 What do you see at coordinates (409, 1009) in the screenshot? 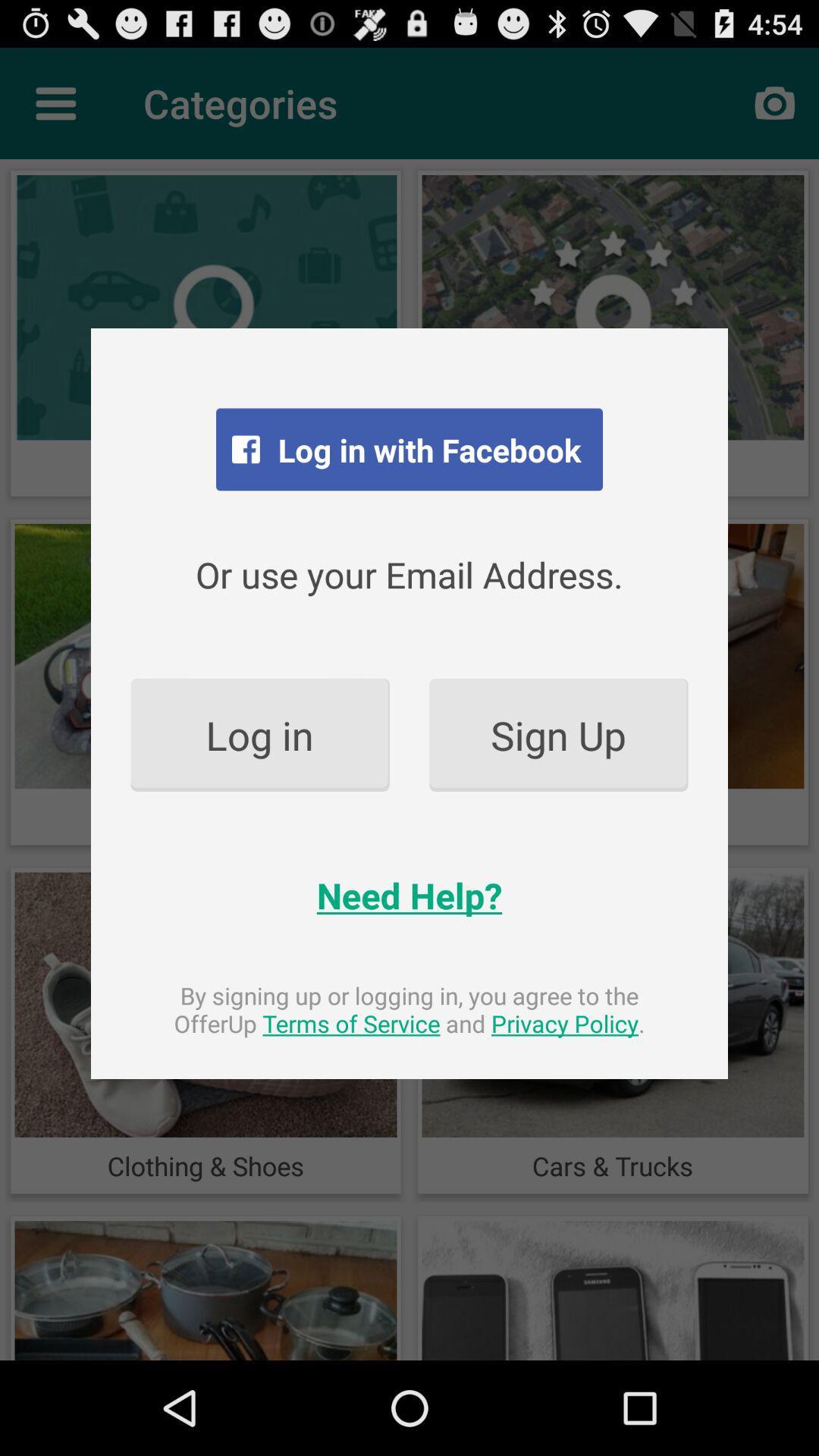
I see `the app at the bottom` at bounding box center [409, 1009].